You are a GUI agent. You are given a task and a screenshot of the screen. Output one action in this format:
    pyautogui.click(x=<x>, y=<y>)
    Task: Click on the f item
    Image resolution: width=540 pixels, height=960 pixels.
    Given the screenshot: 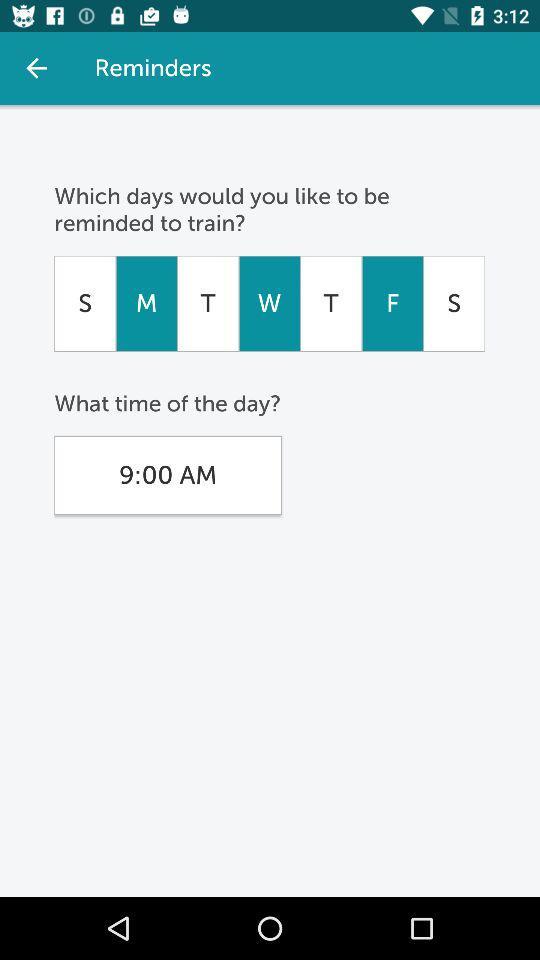 What is the action you would take?
    pyautogui.click(x=392, y=303)
    